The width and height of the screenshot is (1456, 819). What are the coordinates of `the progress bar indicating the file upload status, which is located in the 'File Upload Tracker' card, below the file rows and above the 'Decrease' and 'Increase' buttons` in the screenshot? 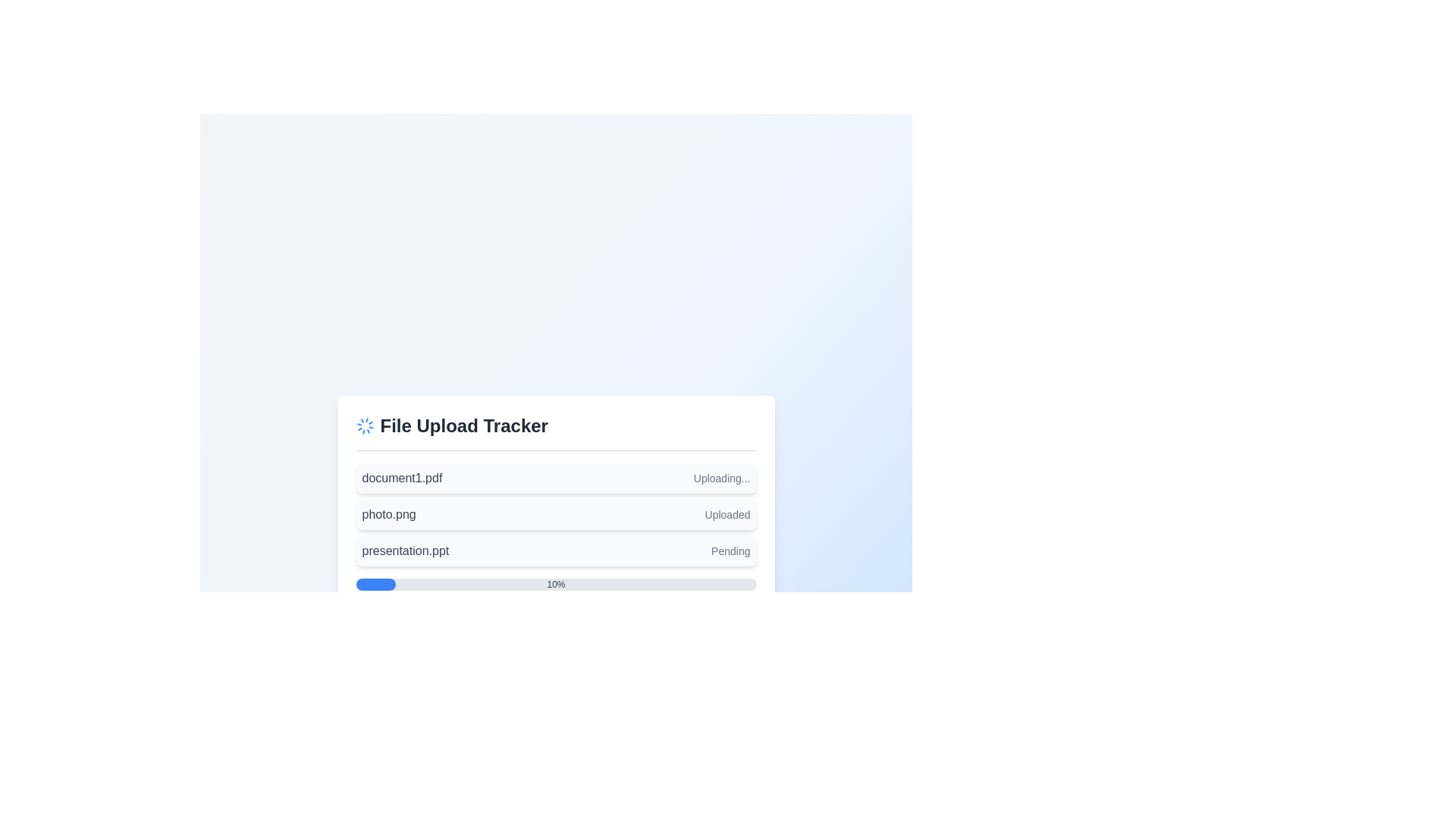 It's located at (555, 583).